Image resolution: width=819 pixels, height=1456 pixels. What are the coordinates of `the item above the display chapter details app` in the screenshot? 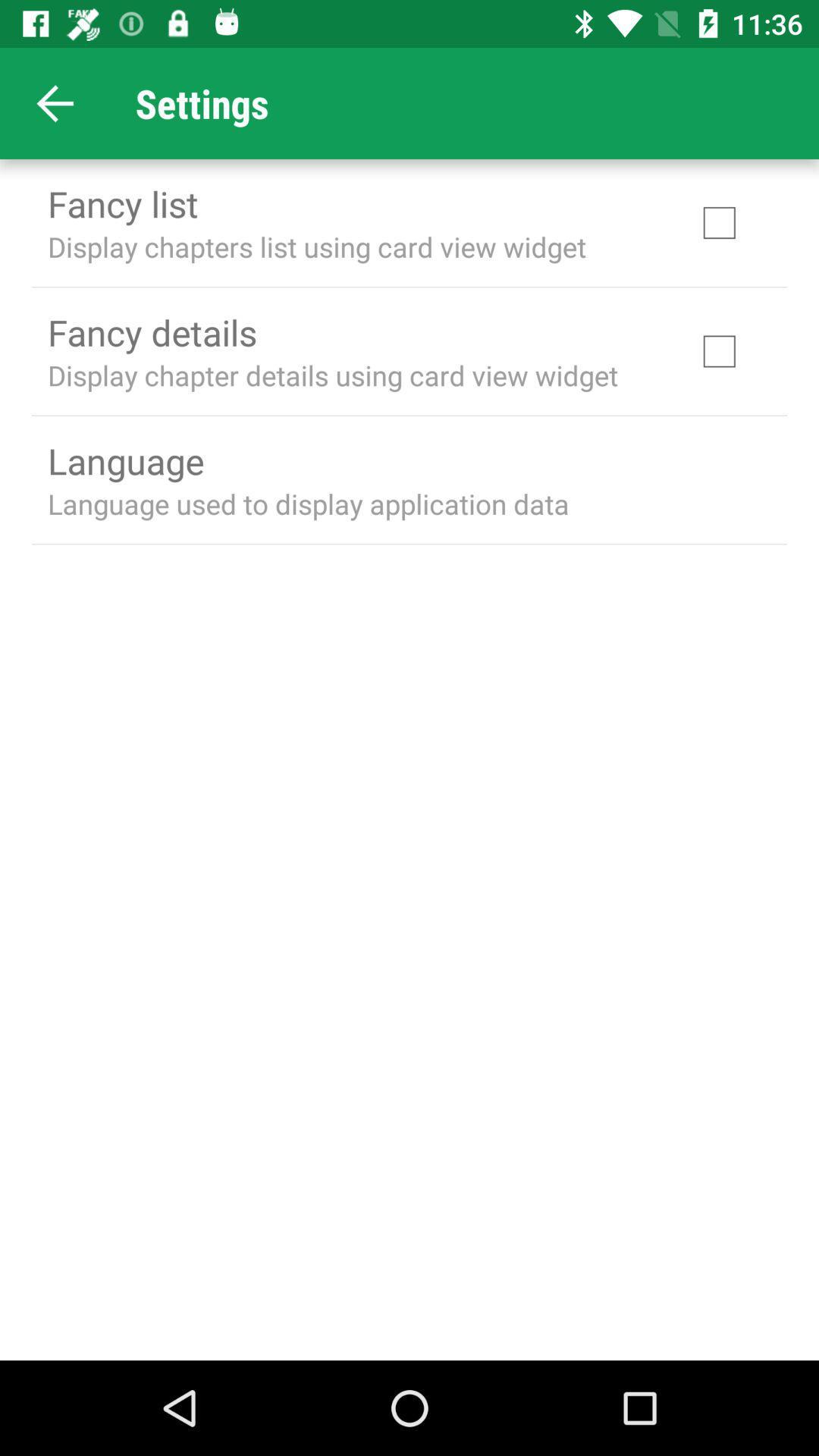 It's located at (152, 331).